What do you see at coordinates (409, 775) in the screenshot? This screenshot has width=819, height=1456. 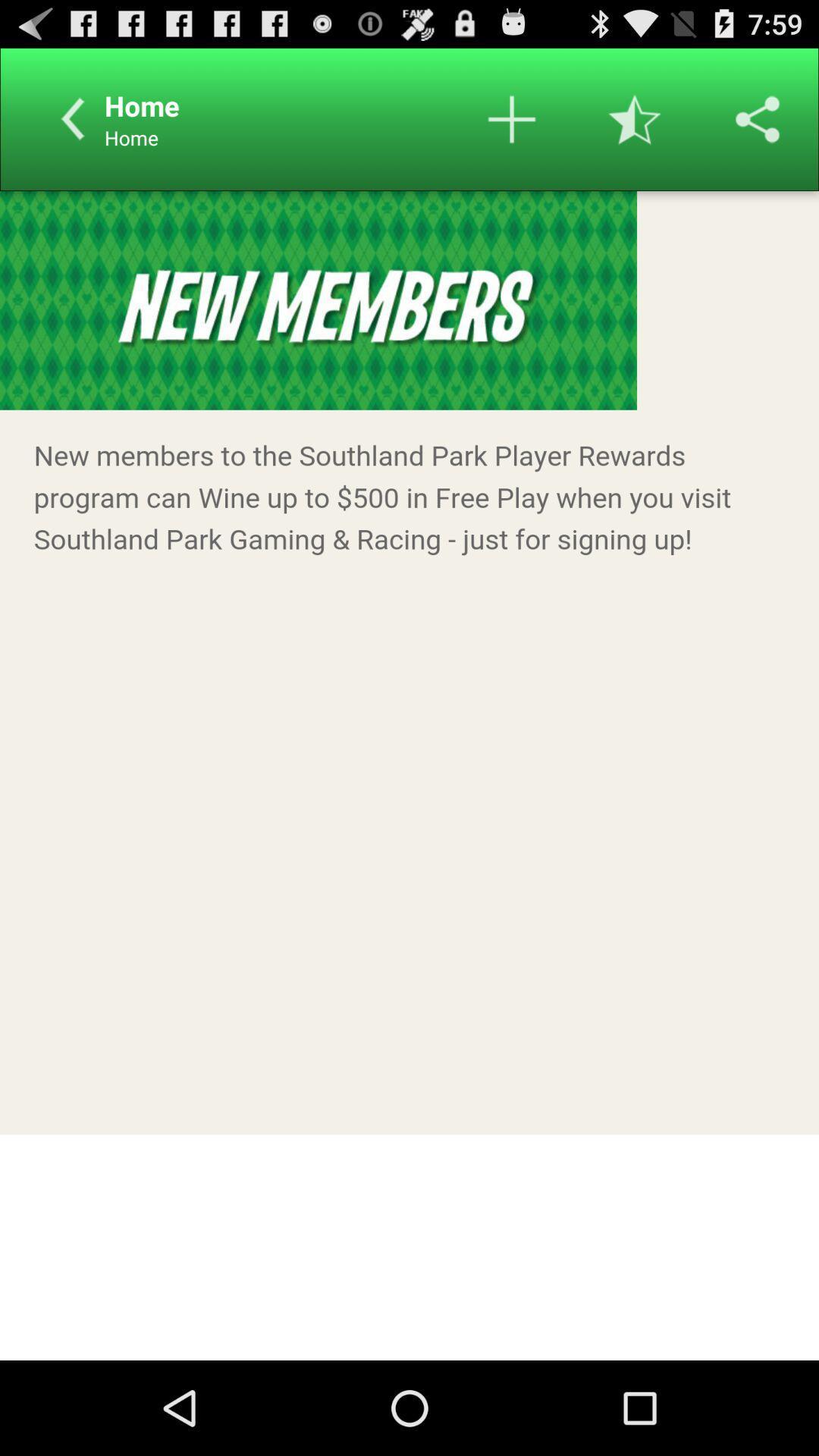 I see `screen page` at bounding box center [409, 775].